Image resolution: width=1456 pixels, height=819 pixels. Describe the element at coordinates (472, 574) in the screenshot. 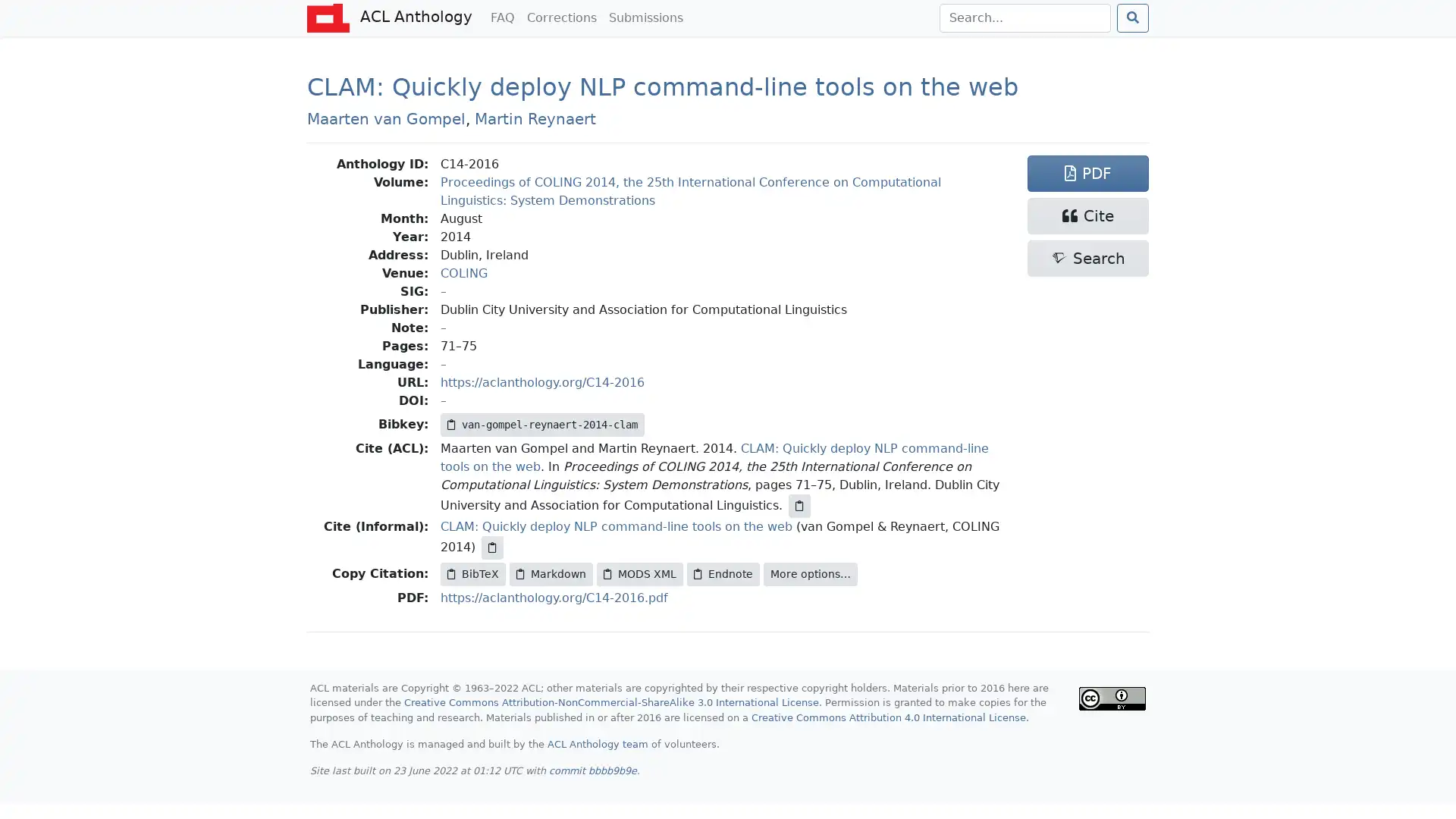

I see `BibTeX` at that location.